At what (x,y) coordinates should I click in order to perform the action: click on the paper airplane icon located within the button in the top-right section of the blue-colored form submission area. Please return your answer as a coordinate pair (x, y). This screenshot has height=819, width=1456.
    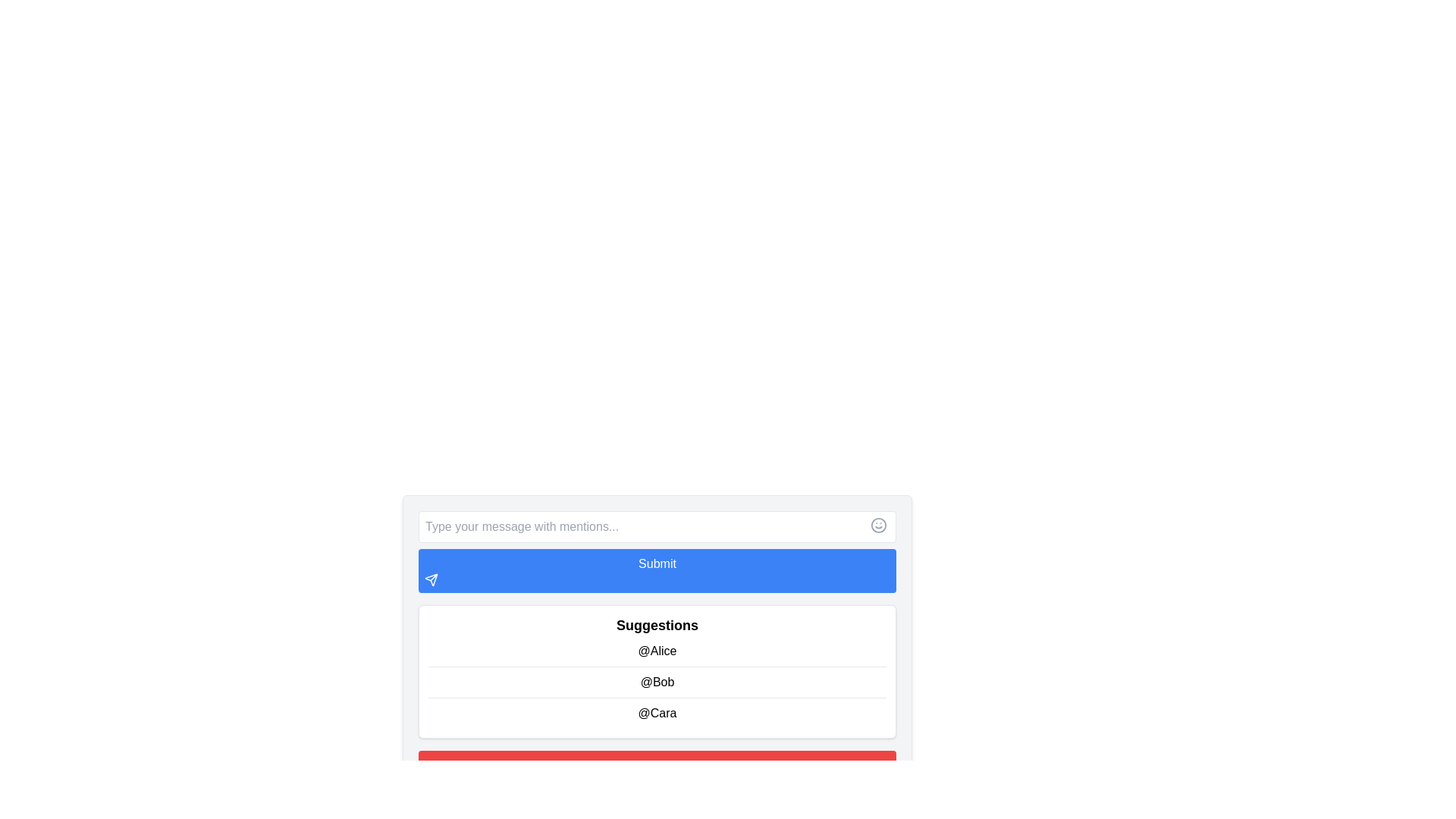
    Looking at the image, I should click on (431, 579).